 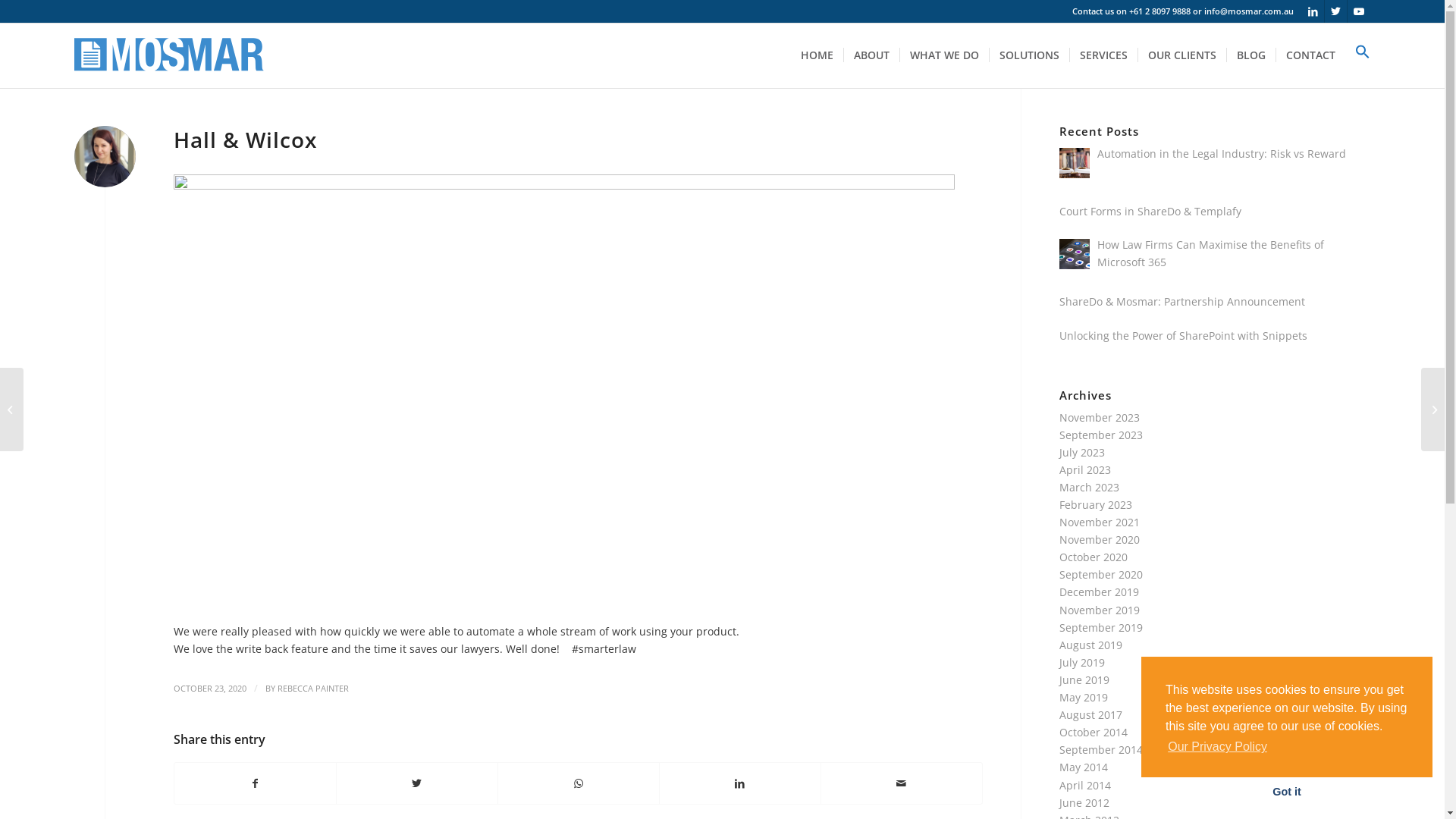 What do you see at coordinates (1222, 153) in the screenshot?
I see `'Automation in the Legal Industry: Risk vs Reward'` at bounding box center [1222, 153].